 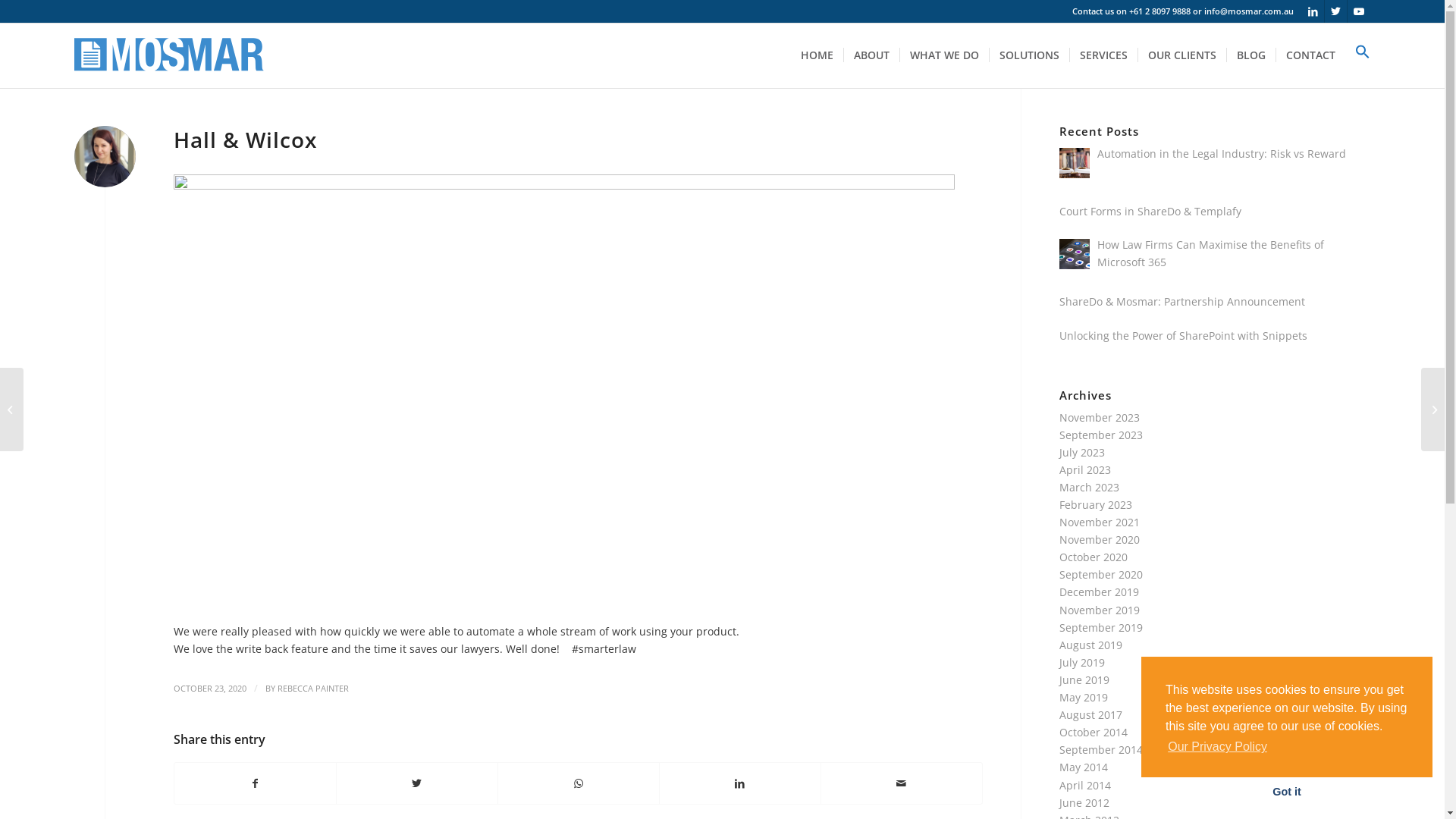 What do you see at coordinates (1222, 153) in the screenshot?
I see `'Automation in the Legal Industry: Risk vs Reward'` at bounding box center [1222, 153].